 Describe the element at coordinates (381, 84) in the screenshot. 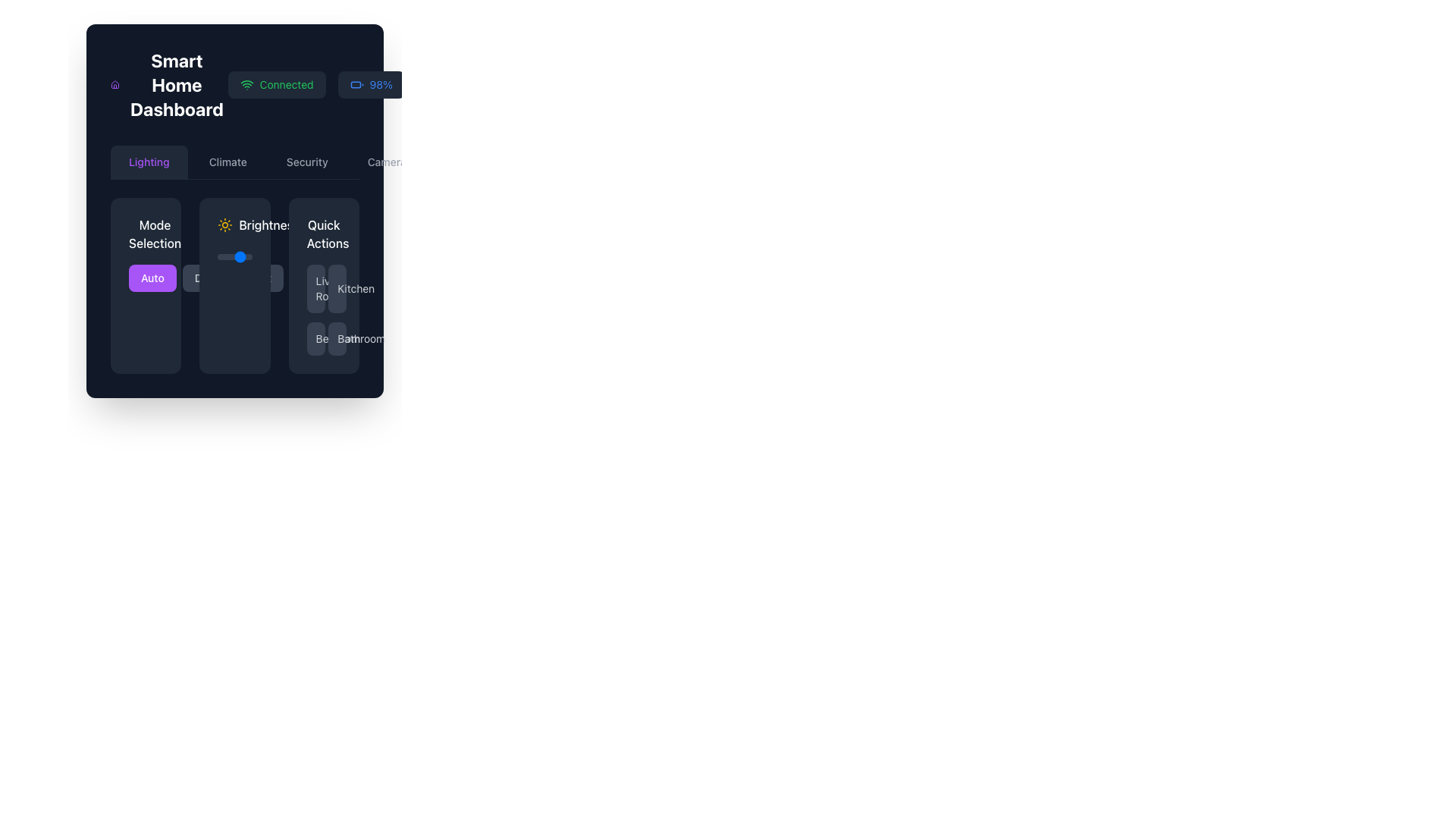

I see `the percentage value displayed in the text label indicating the battery level on the Smart Home Dashboard, located near the top-right corner adjacent to the battery icon` at that location.